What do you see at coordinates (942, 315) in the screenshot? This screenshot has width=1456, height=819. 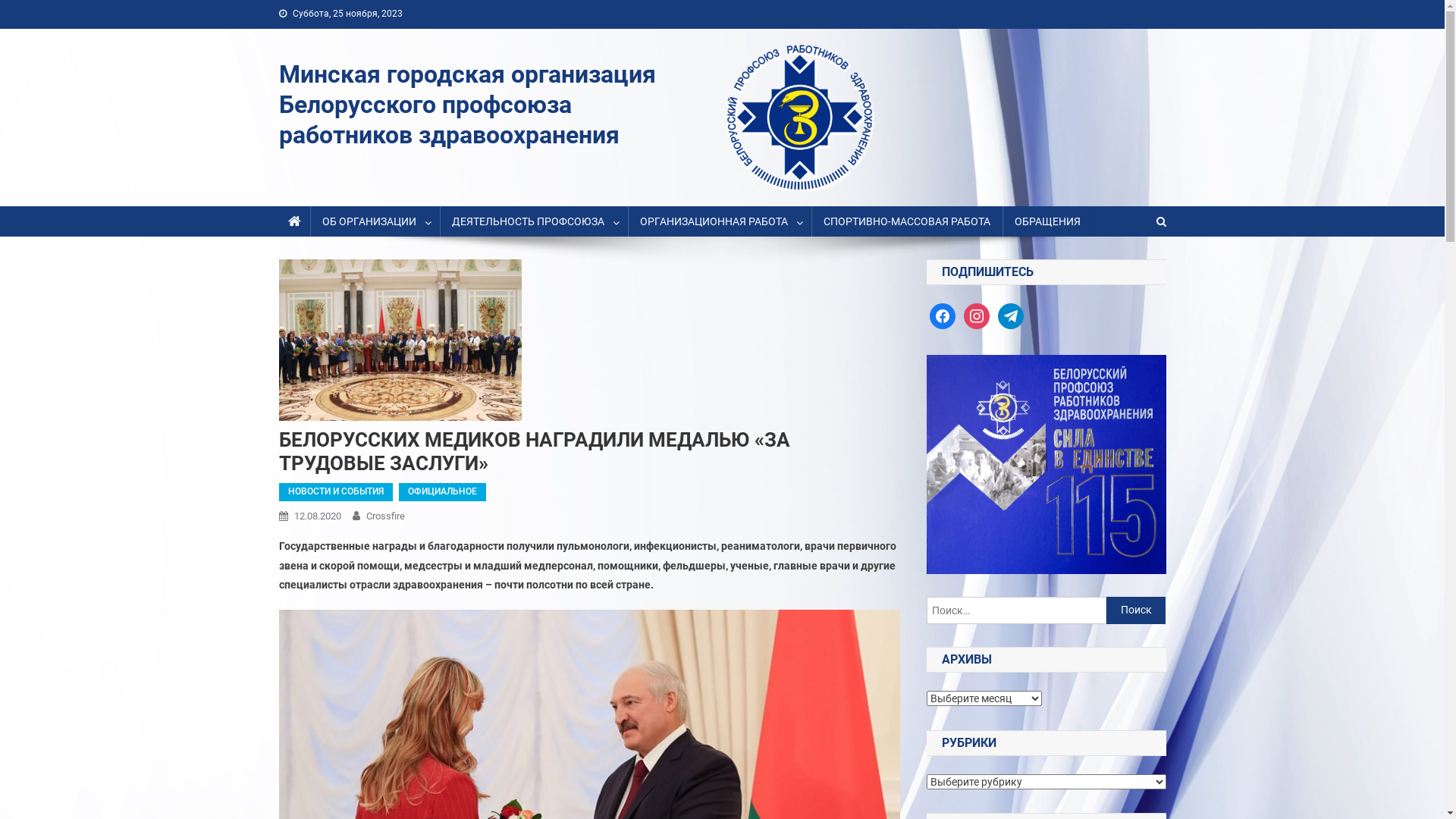 I see `'facebook'` at bounding box center [942, 315].